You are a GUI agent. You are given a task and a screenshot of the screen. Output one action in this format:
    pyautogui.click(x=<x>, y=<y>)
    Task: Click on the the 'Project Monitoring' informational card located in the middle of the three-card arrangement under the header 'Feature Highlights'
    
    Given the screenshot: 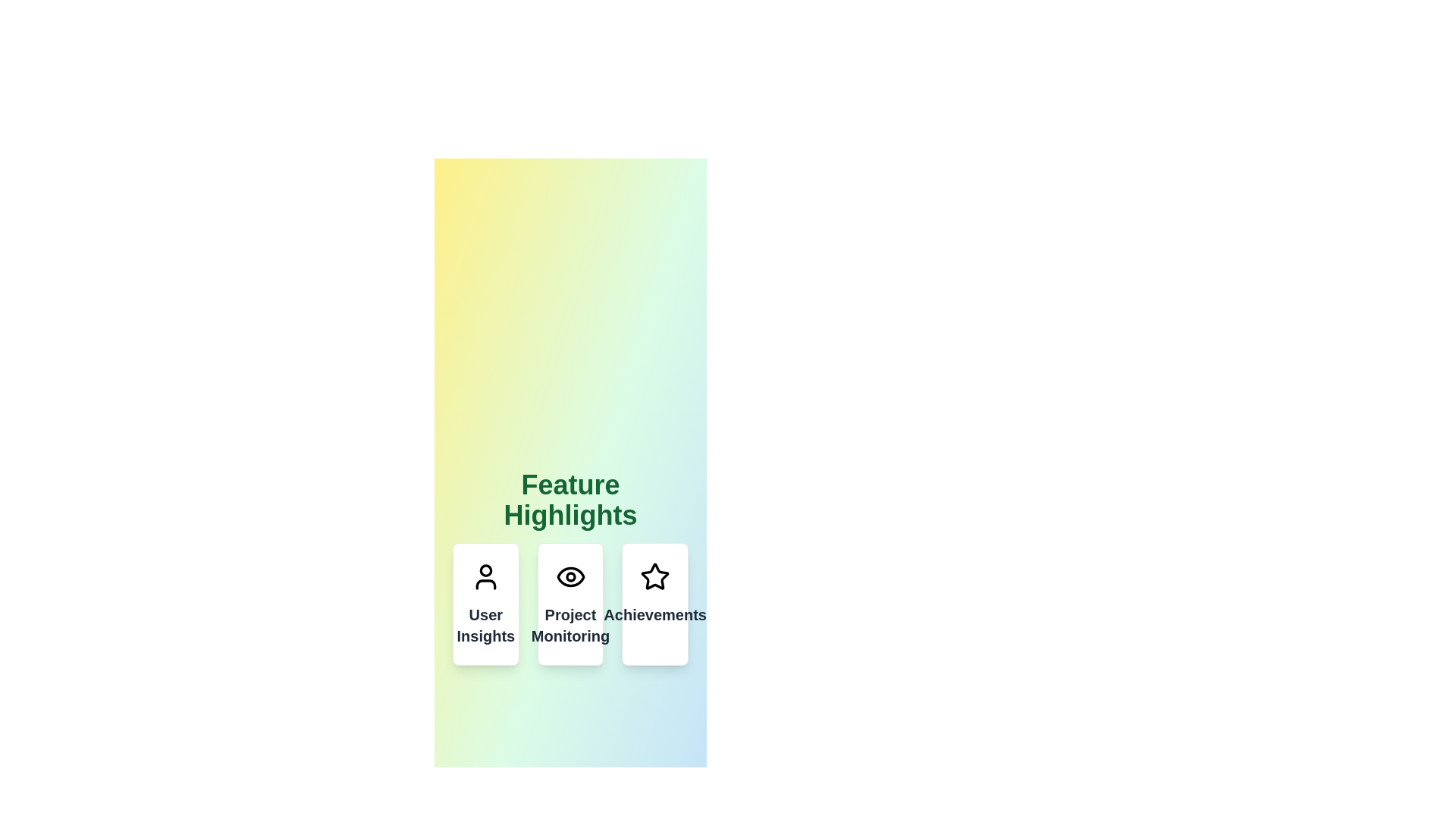 What is the action you would take?
    pyautogui.click(x=570, y=604)
    